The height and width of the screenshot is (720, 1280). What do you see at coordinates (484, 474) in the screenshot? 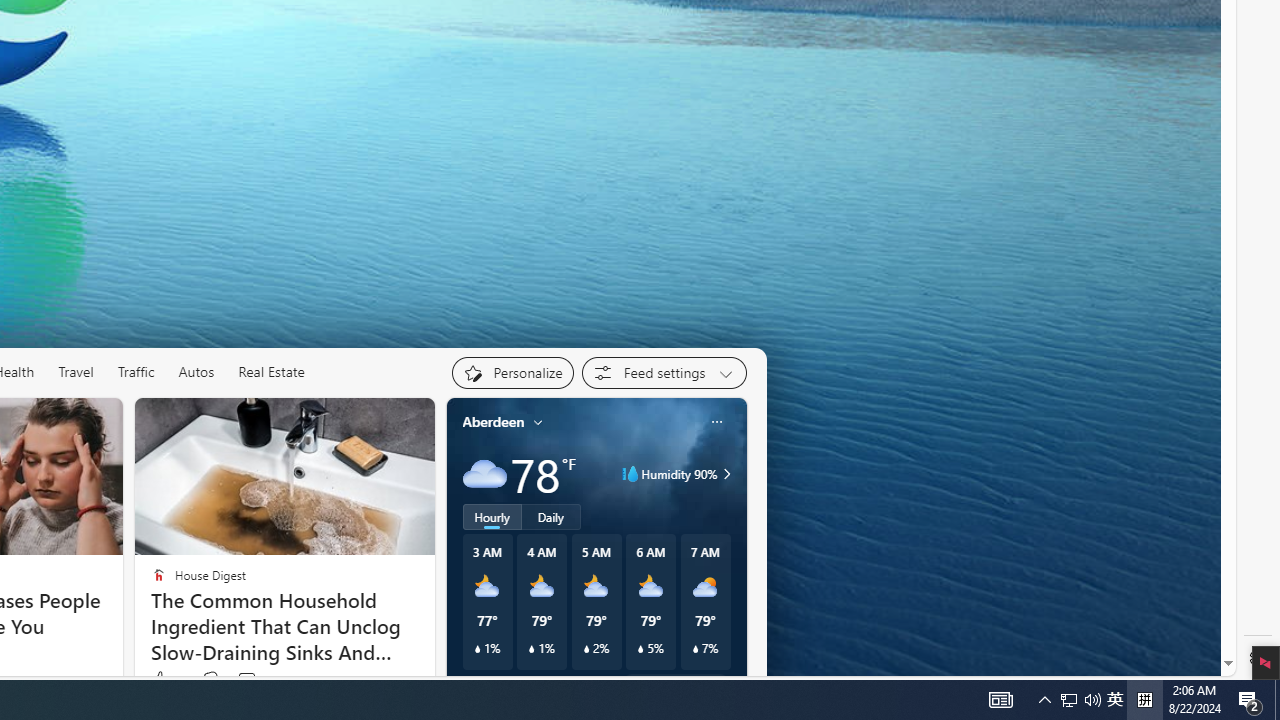
I see `'Cloudy'` at bounding box center [484, 474].